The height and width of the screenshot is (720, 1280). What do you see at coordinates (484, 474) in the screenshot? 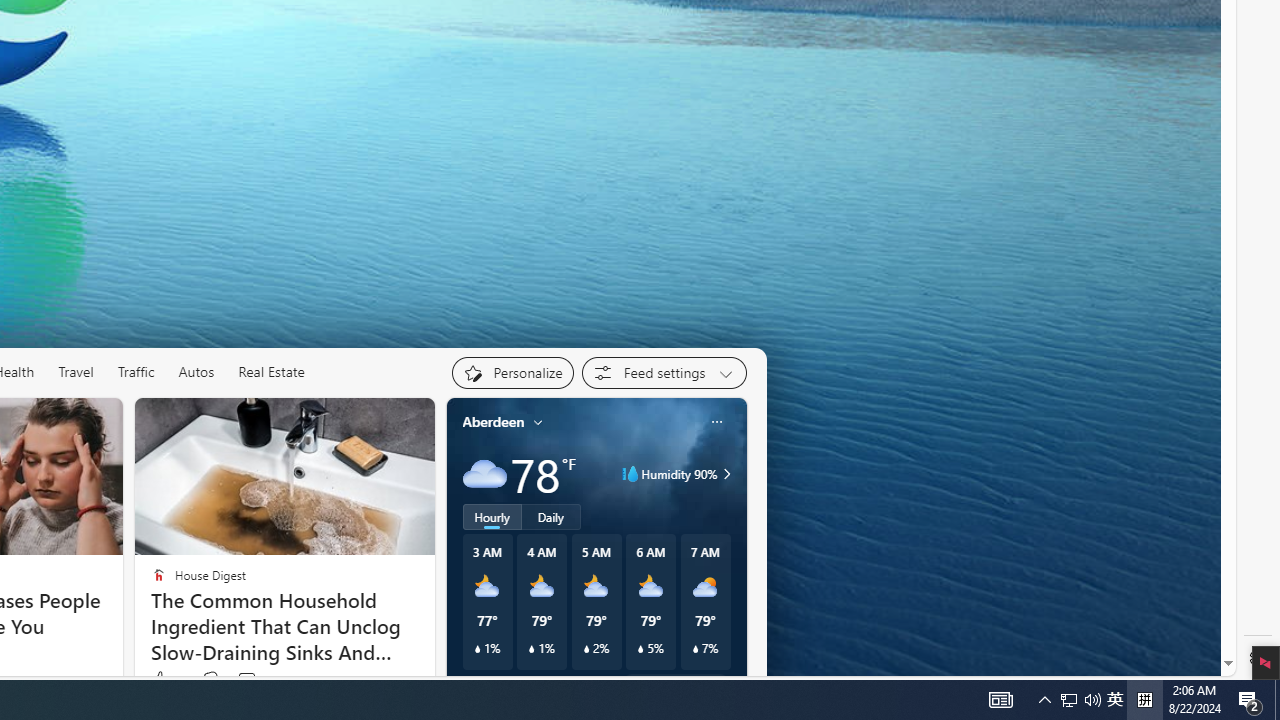
I see `'Cloudy'` at bounding box center [484, 474].